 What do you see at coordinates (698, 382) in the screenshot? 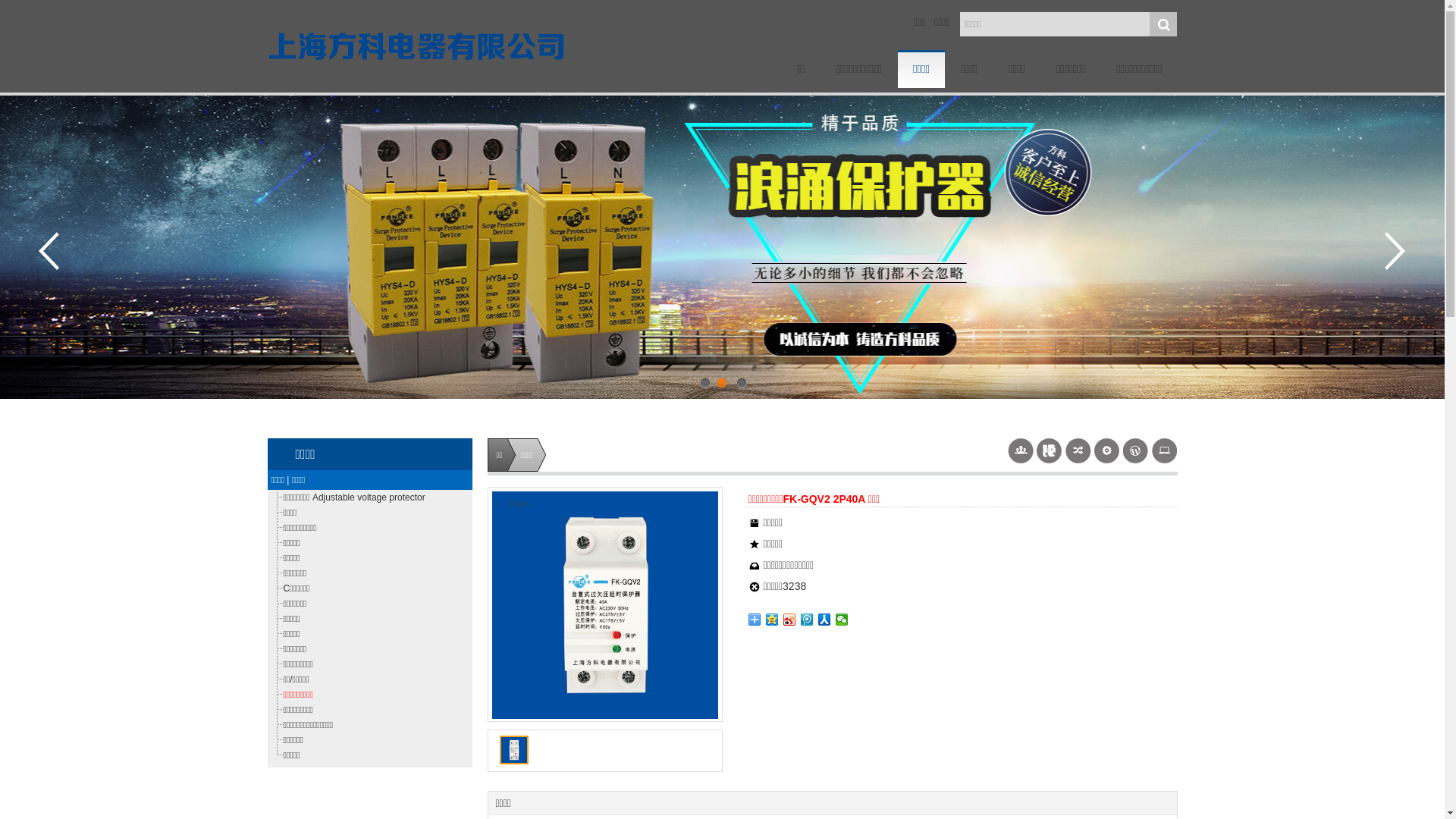
I see `'1'` at bounding box center [698, 382].